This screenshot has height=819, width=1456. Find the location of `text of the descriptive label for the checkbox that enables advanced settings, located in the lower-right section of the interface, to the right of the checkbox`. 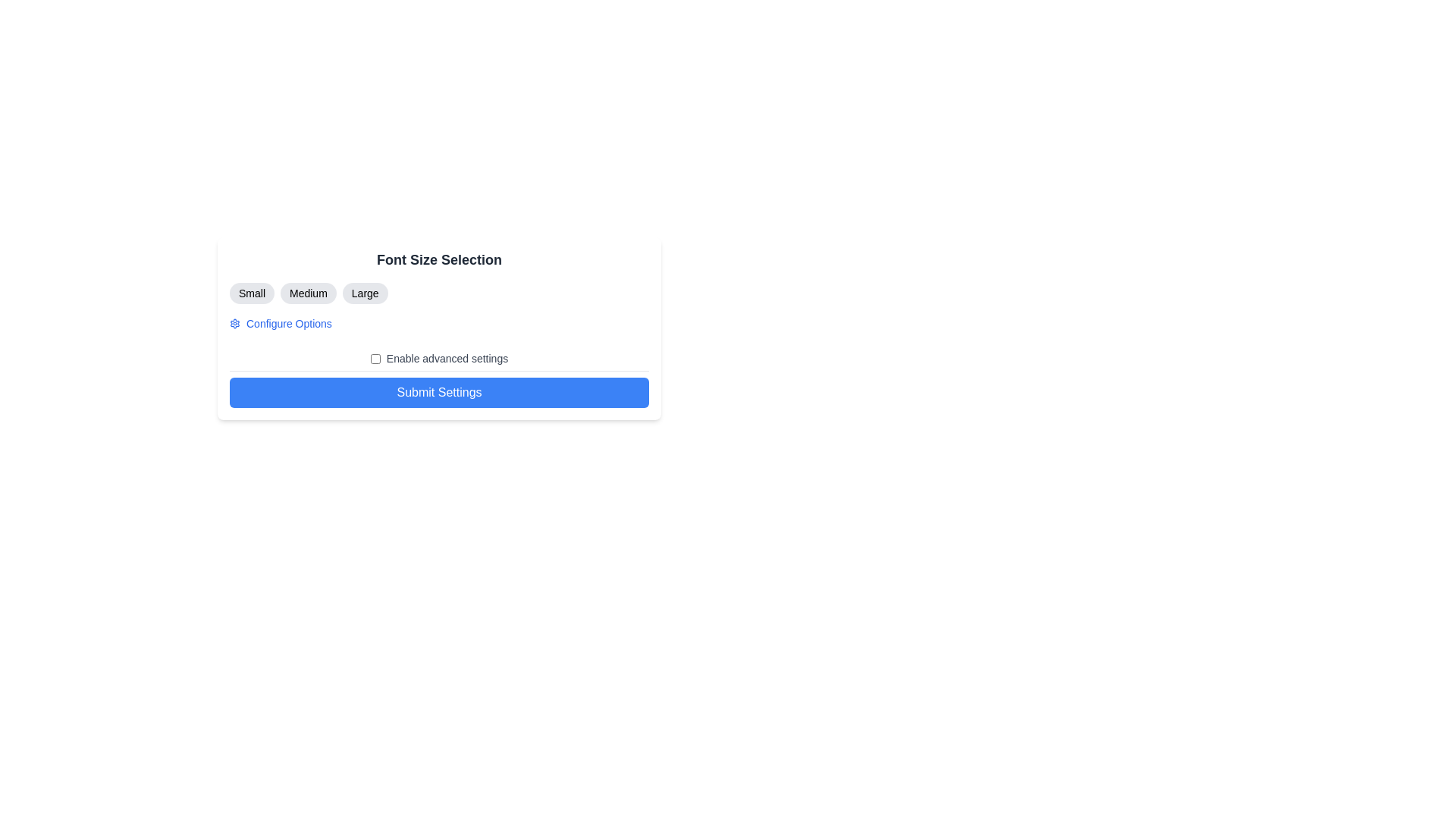

text of the descriptive label for the checkbox that enables advanced settings, located in the lower-right section of the interface, to the right of the checkbox is located at coordinates (447, 359).